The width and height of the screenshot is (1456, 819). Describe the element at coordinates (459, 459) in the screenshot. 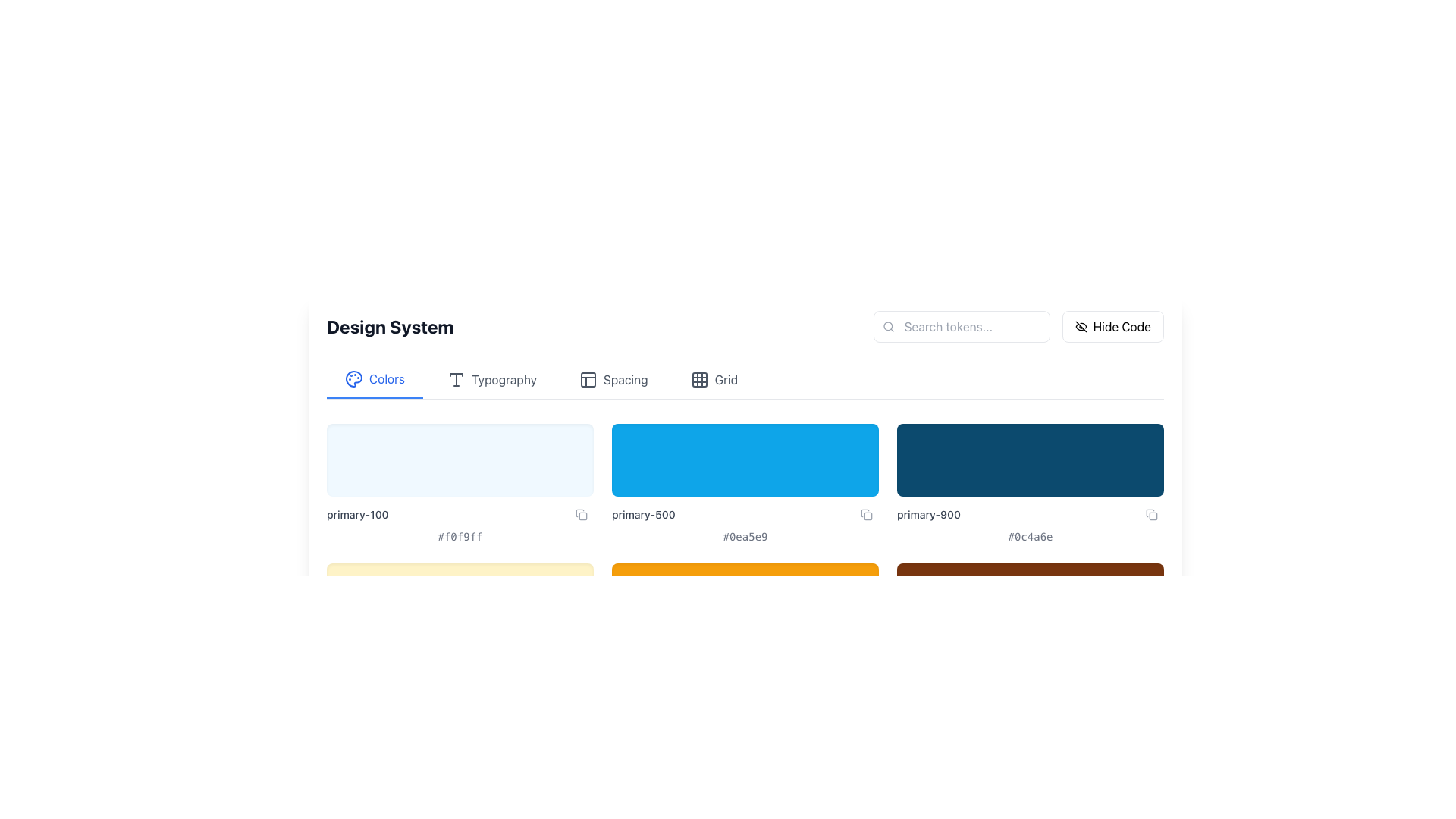

I see `the large rectangular light blue color swatch component` at that location.